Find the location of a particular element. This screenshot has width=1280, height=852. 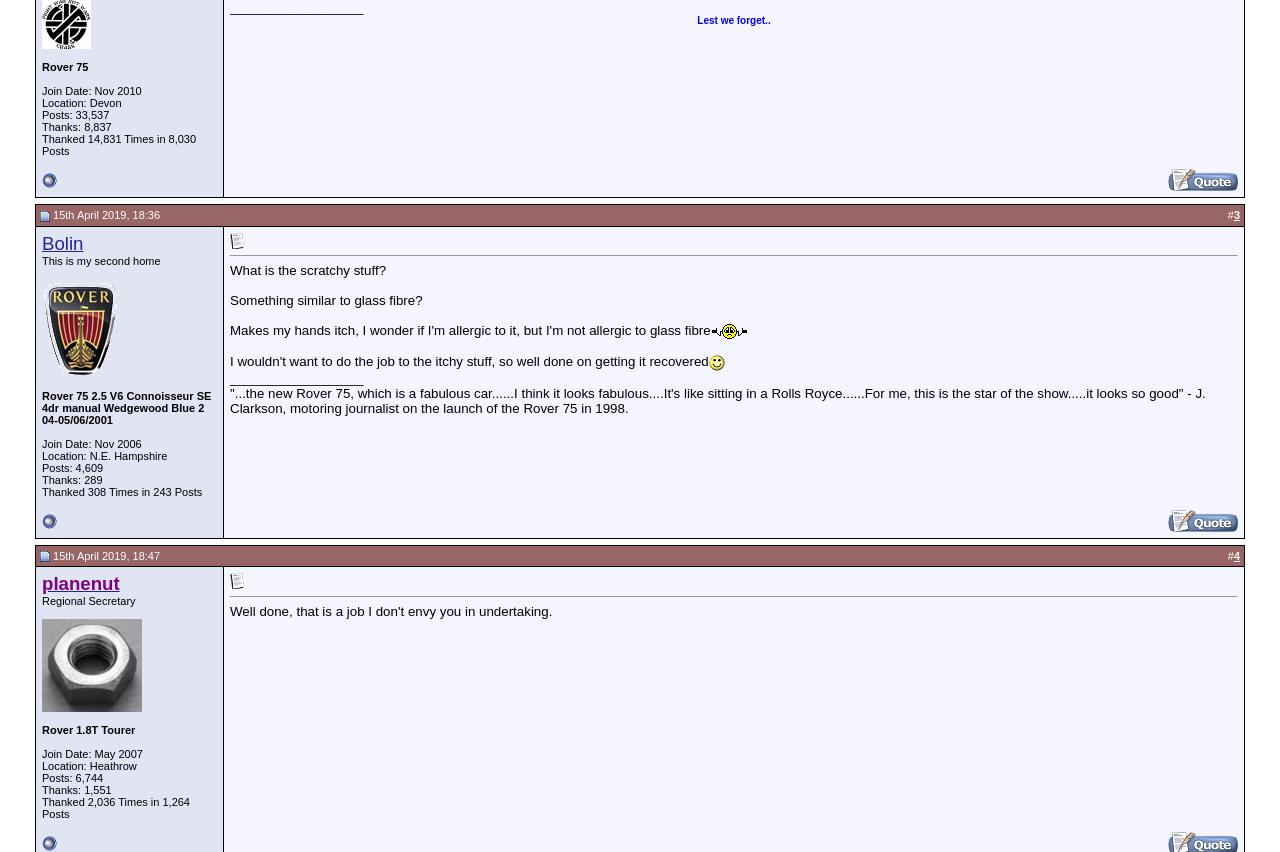

'Rover 1.8T Tourer' is located at coordinates (87, 728).